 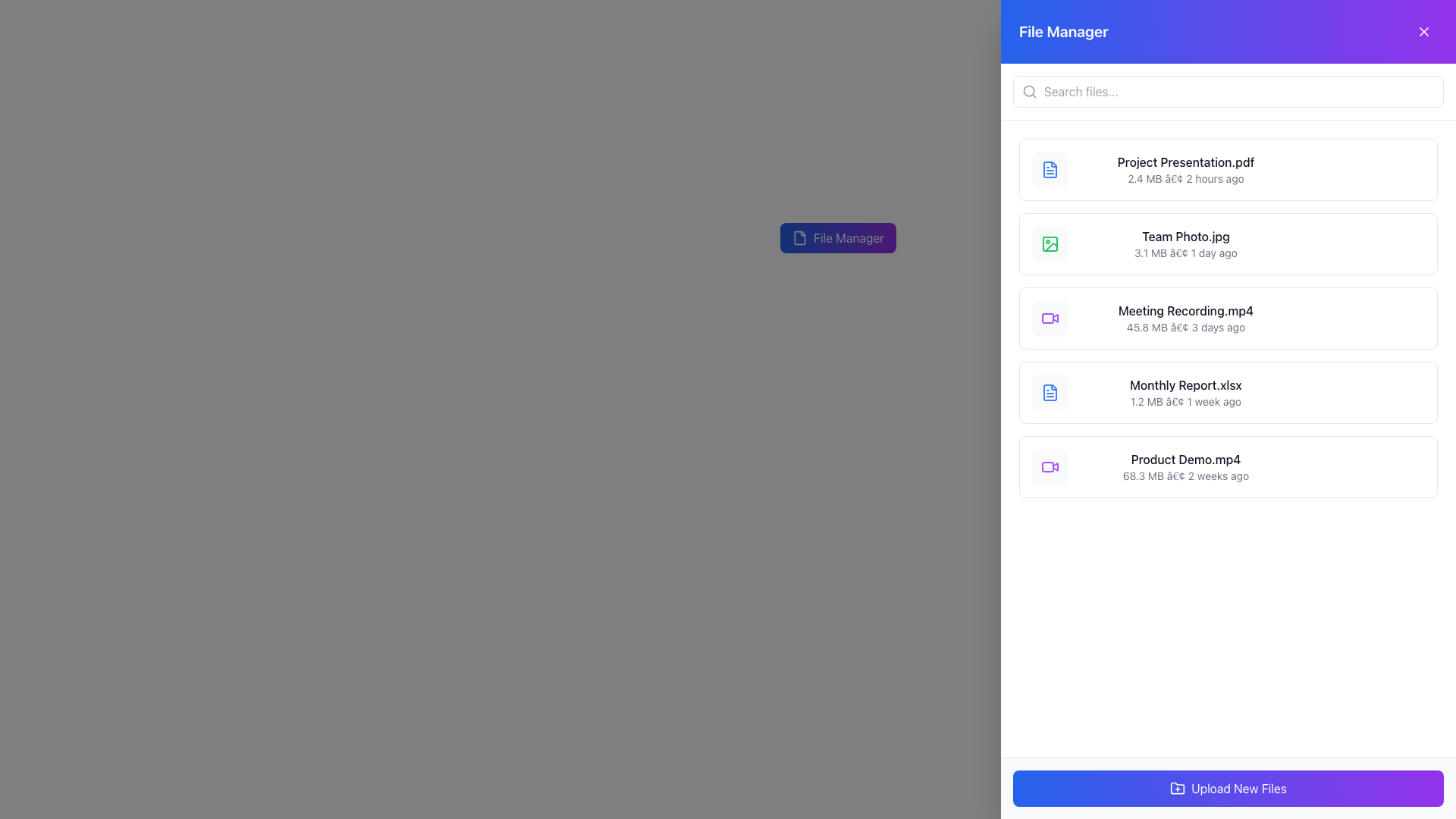 I want to click on the Text Label that displays additional metadata about the 'Product Demo.mp4' file, located in the lower section of the interface beneath its title, so click(x=1185, y=475).